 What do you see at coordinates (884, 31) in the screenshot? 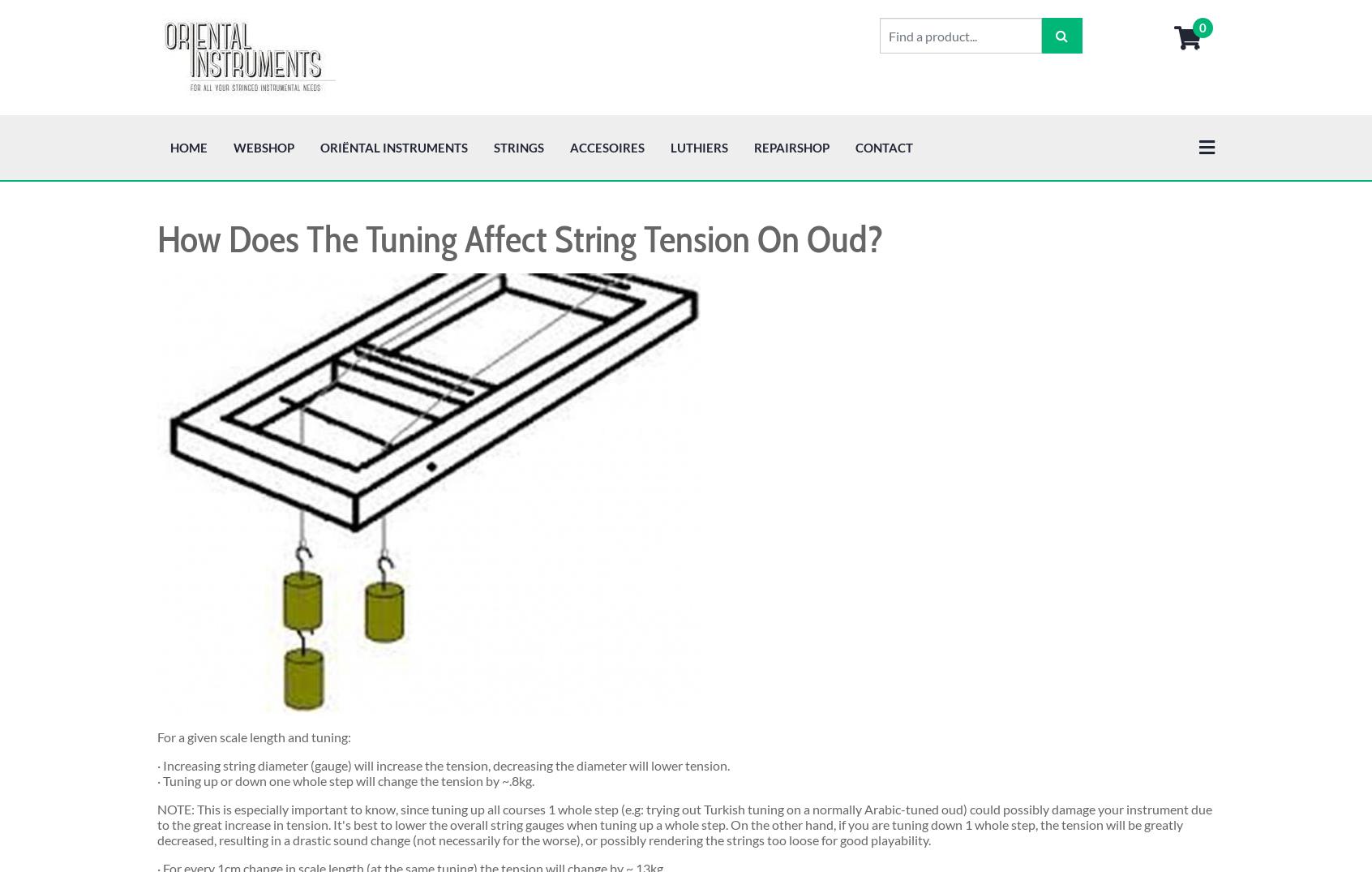
I see `'Contact'` at bounding box center [884, 31].